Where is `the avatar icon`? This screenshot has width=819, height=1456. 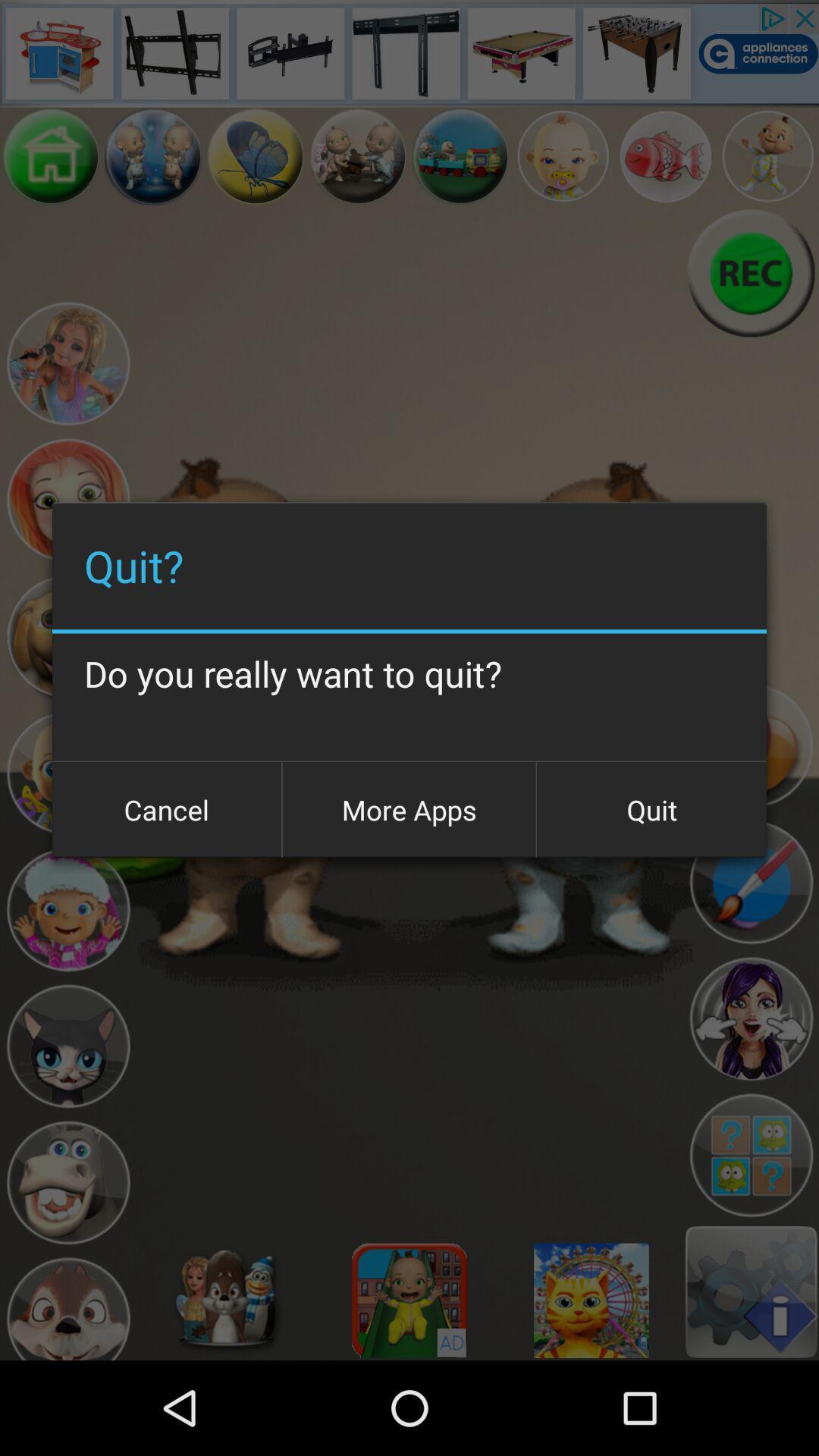 the avatar icon is located at coordinates (67, 1397).